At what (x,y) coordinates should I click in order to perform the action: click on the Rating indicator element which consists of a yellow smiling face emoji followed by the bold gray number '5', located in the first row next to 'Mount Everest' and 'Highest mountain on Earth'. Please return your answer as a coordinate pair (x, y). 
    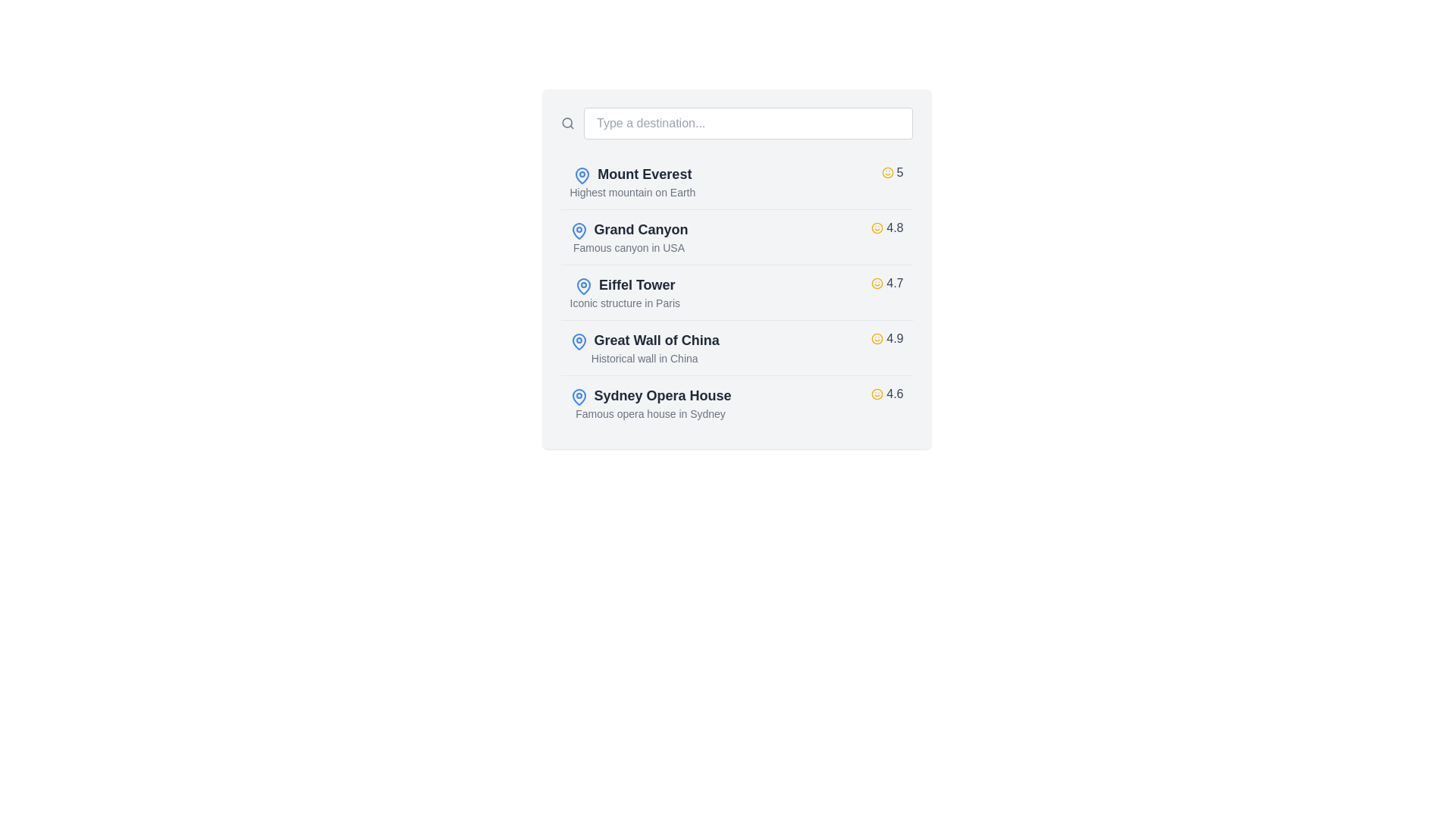
    Looking at the image, I should click on (892, 171).